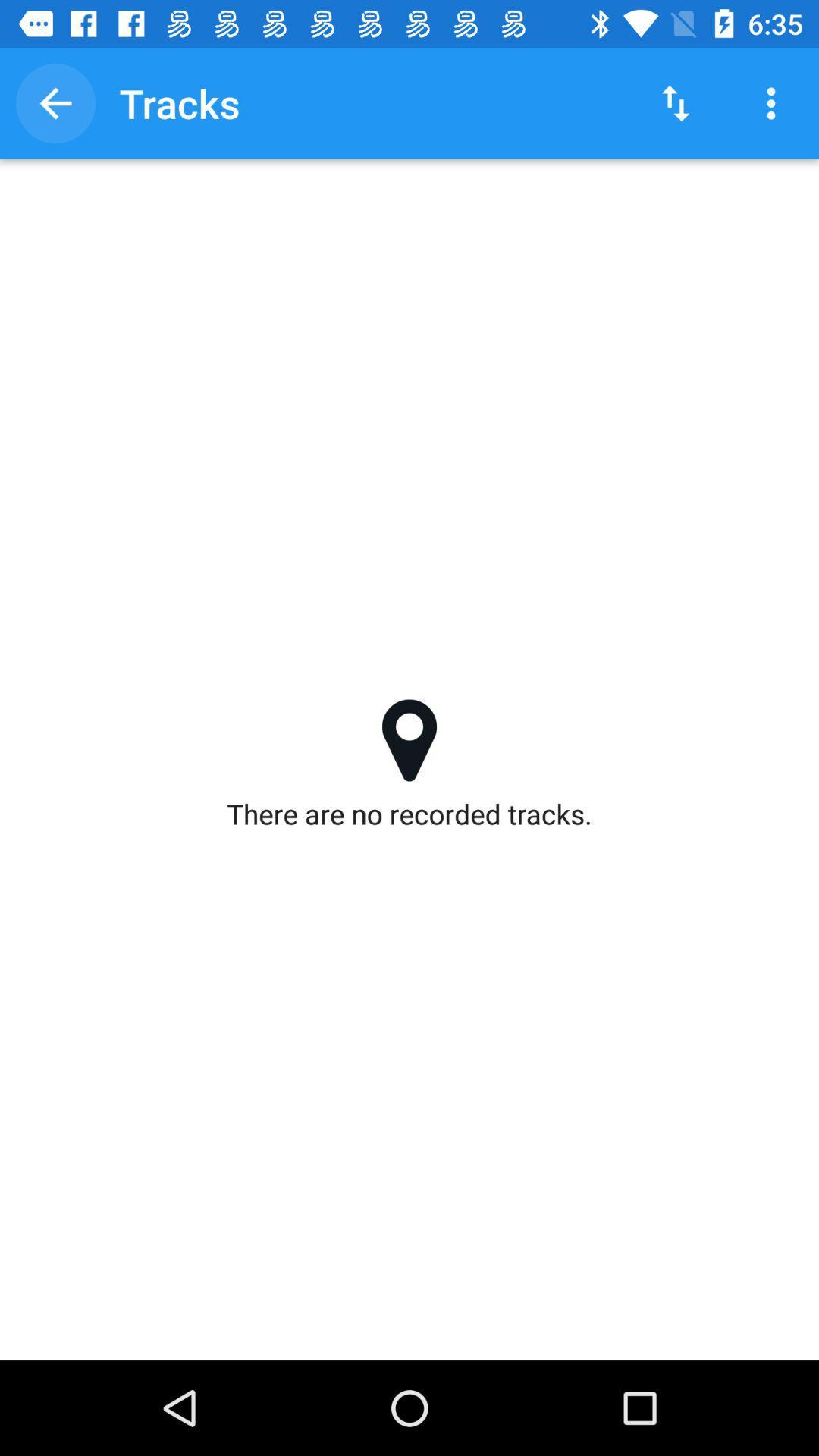 This screenshot has height=1456, width=819. What do you see at coordinates (55, 102) in the screenshot?
I see `item to the left of the tracks app` at bounding box center [55, 102].